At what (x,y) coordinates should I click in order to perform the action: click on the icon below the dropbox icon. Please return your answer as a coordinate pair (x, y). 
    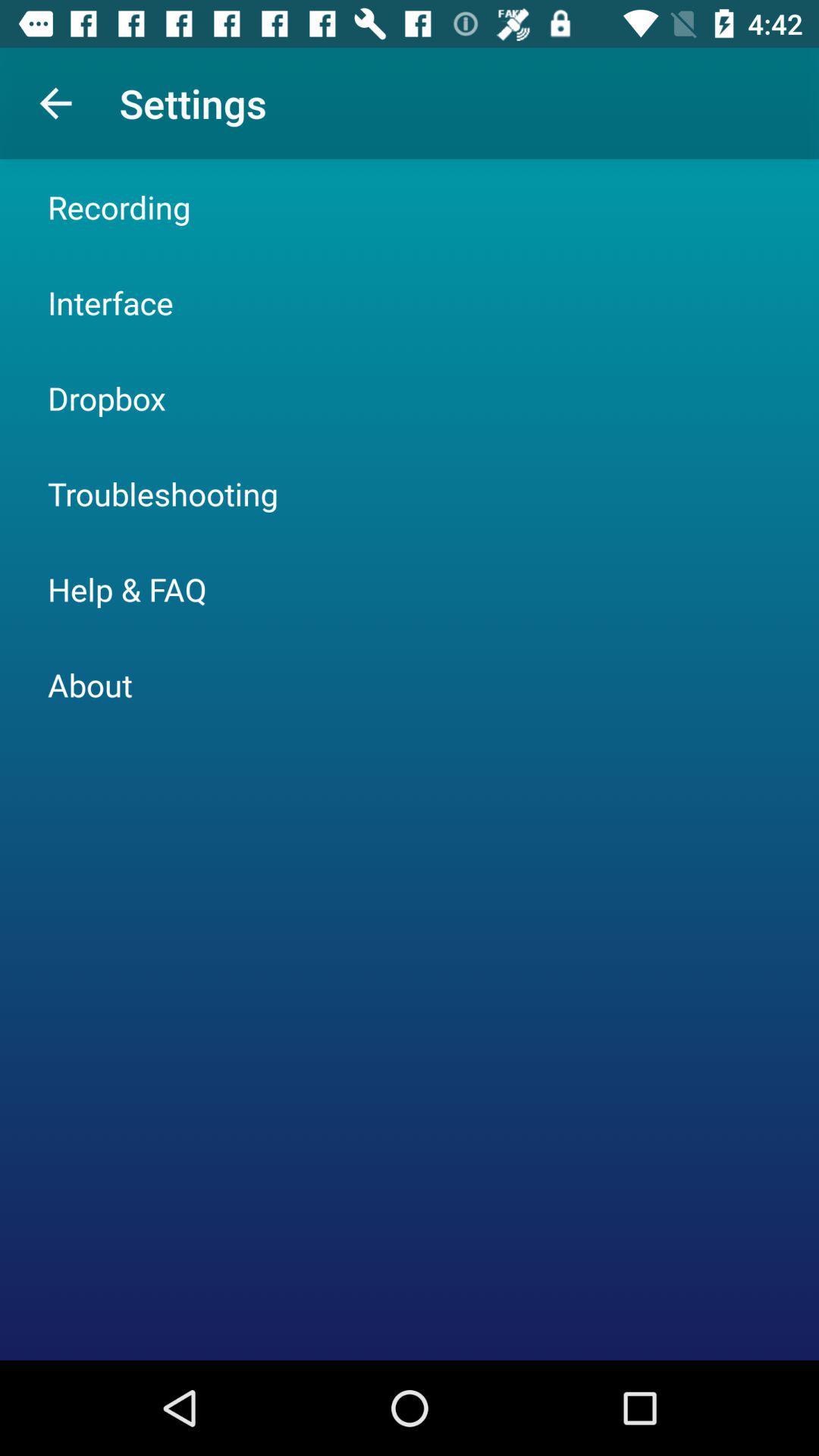
    Looking at the image, I should click on (162, 494).